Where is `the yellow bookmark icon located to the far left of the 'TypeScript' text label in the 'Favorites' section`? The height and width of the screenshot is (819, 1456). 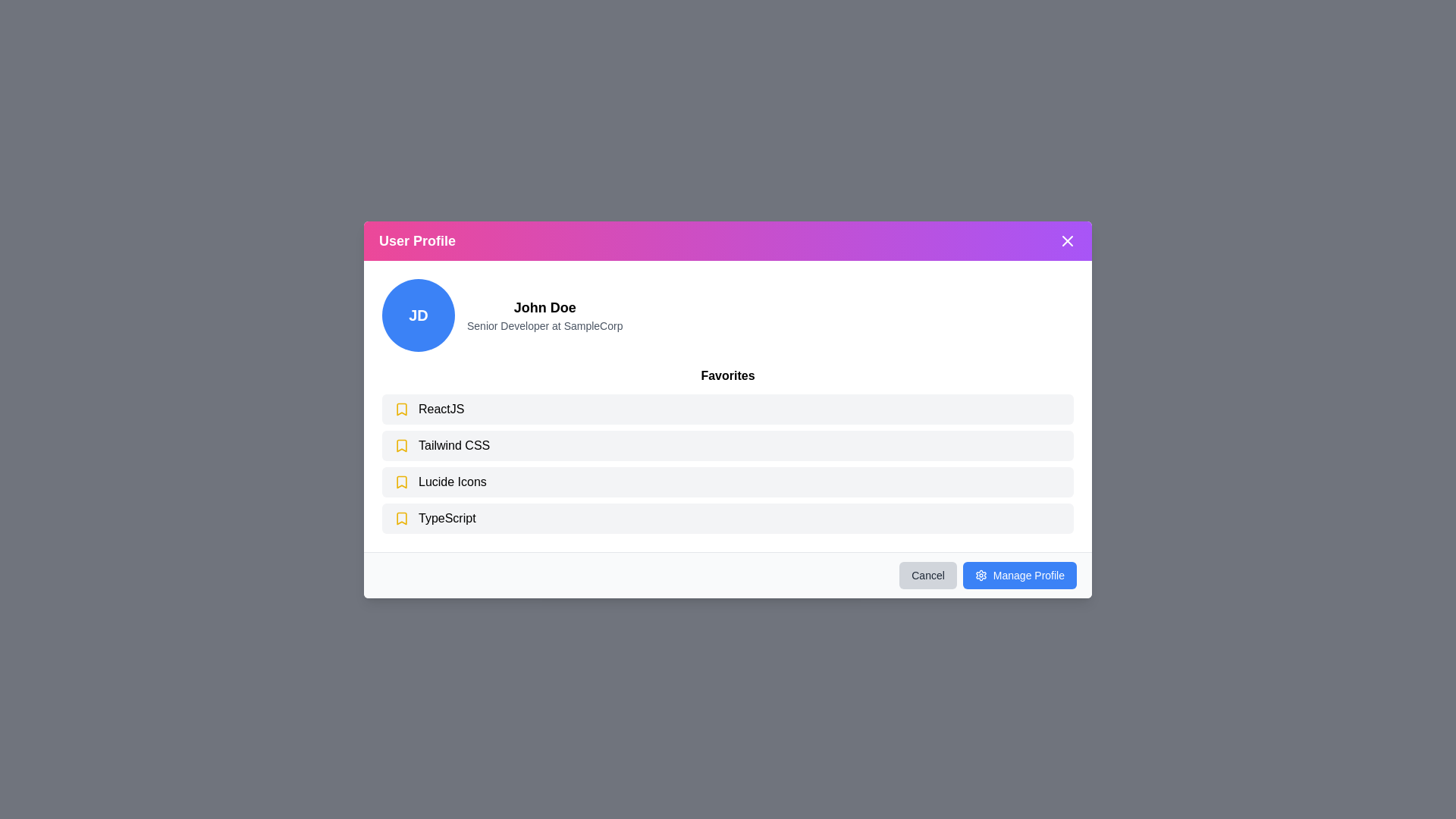
the yellow bookmark icon located to the far left of the 'TypeScript' text label in the 'Favorites' section is located at coordinates (401, 516).